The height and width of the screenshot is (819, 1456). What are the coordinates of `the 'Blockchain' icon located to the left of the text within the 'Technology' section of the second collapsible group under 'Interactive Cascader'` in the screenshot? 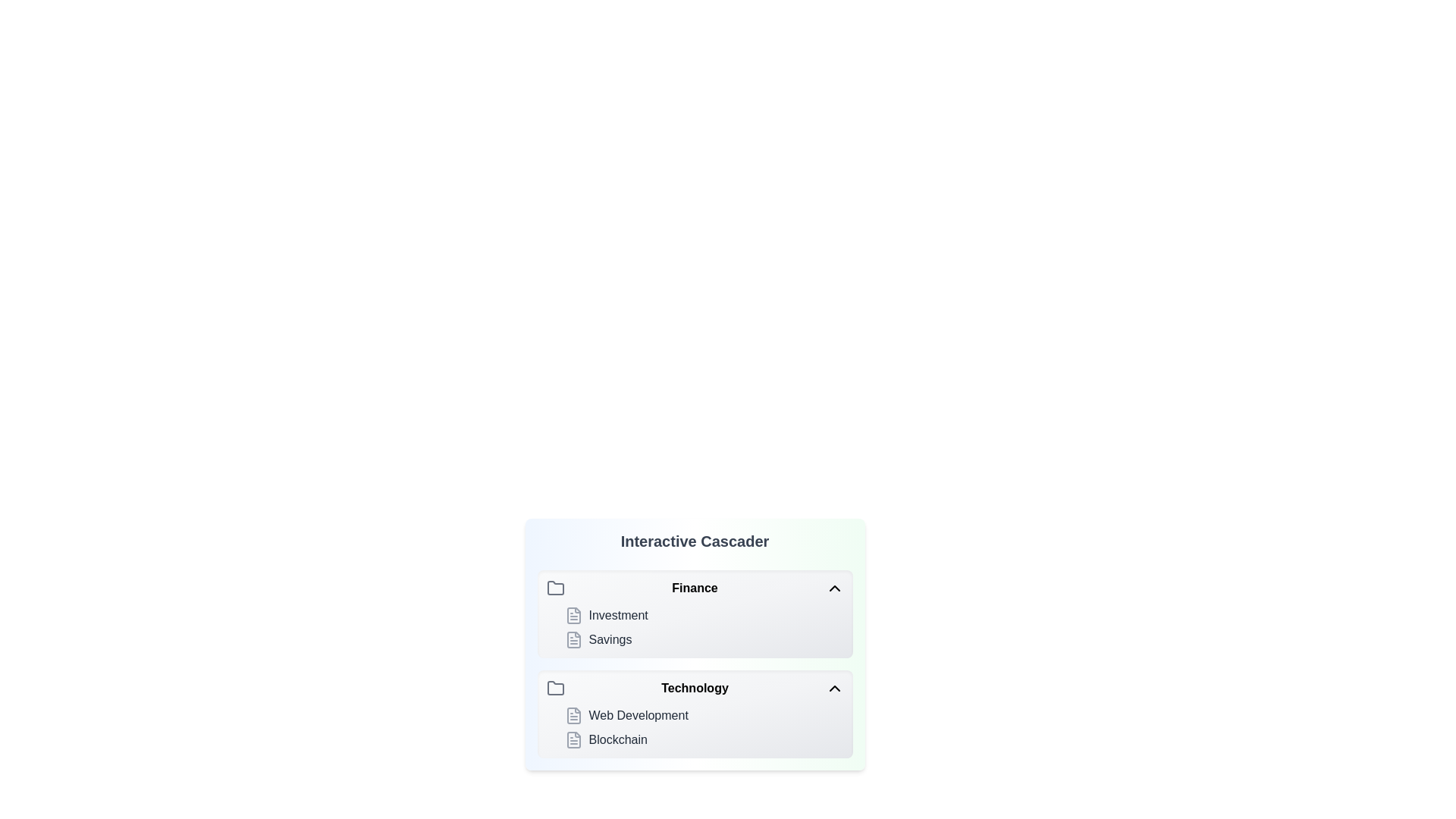 It's located at (573, 739).